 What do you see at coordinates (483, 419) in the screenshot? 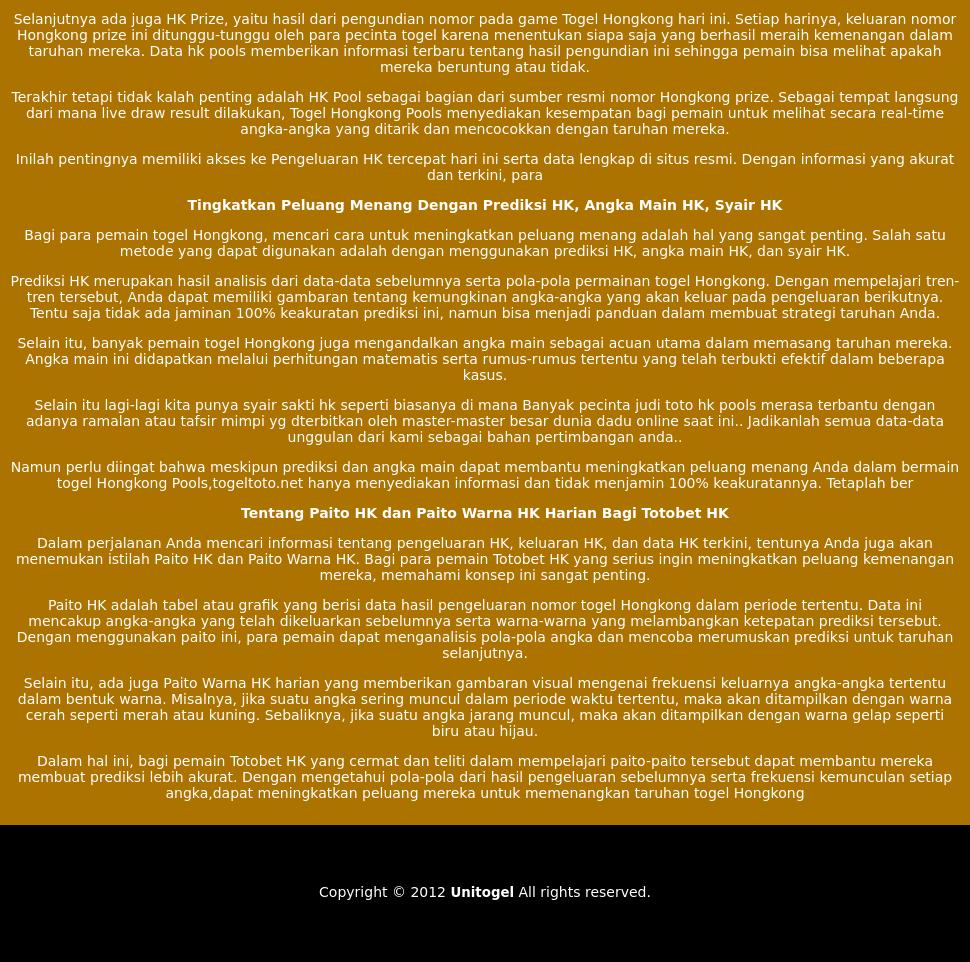
I see `'Selain itu lagi-lagi kita punya syair sakti hk seperti biasanya di mana Banyak pecinta judi toto hk pools merasa terbantu dengan adanya ramalan atau tafsir mimpi yg dterbitkan oleh master-master besar dunia dadu online saat ini.. Jadikanlah semua data-data unggulan dari kami sebagai bahan pertimbangan anda..'` at bounding box center [483, 419].